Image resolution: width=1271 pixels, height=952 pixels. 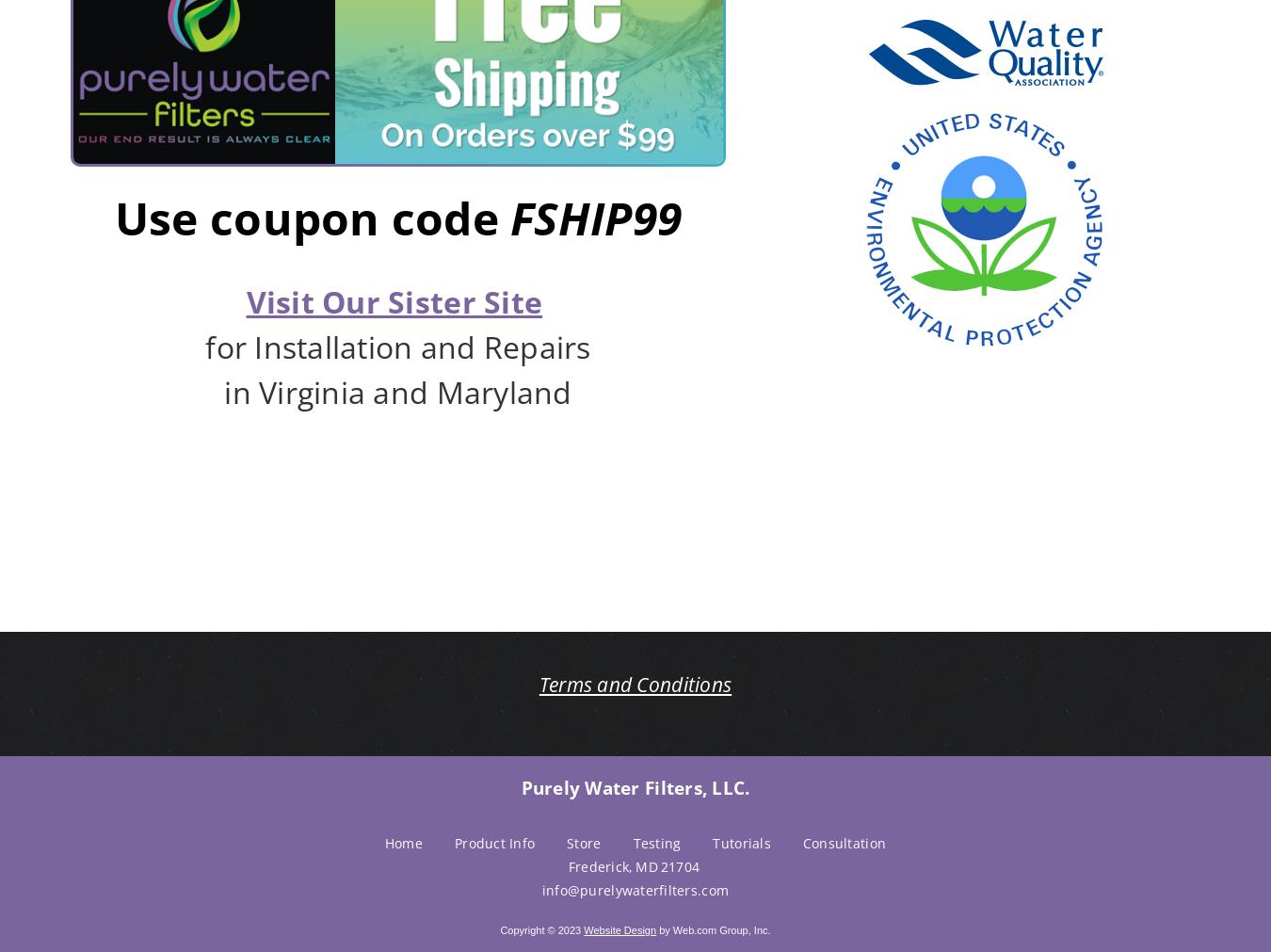 What do you see at coordinates (556, 929) in the screenshot?
I see `'2023'` at bounding box center [556, 929].